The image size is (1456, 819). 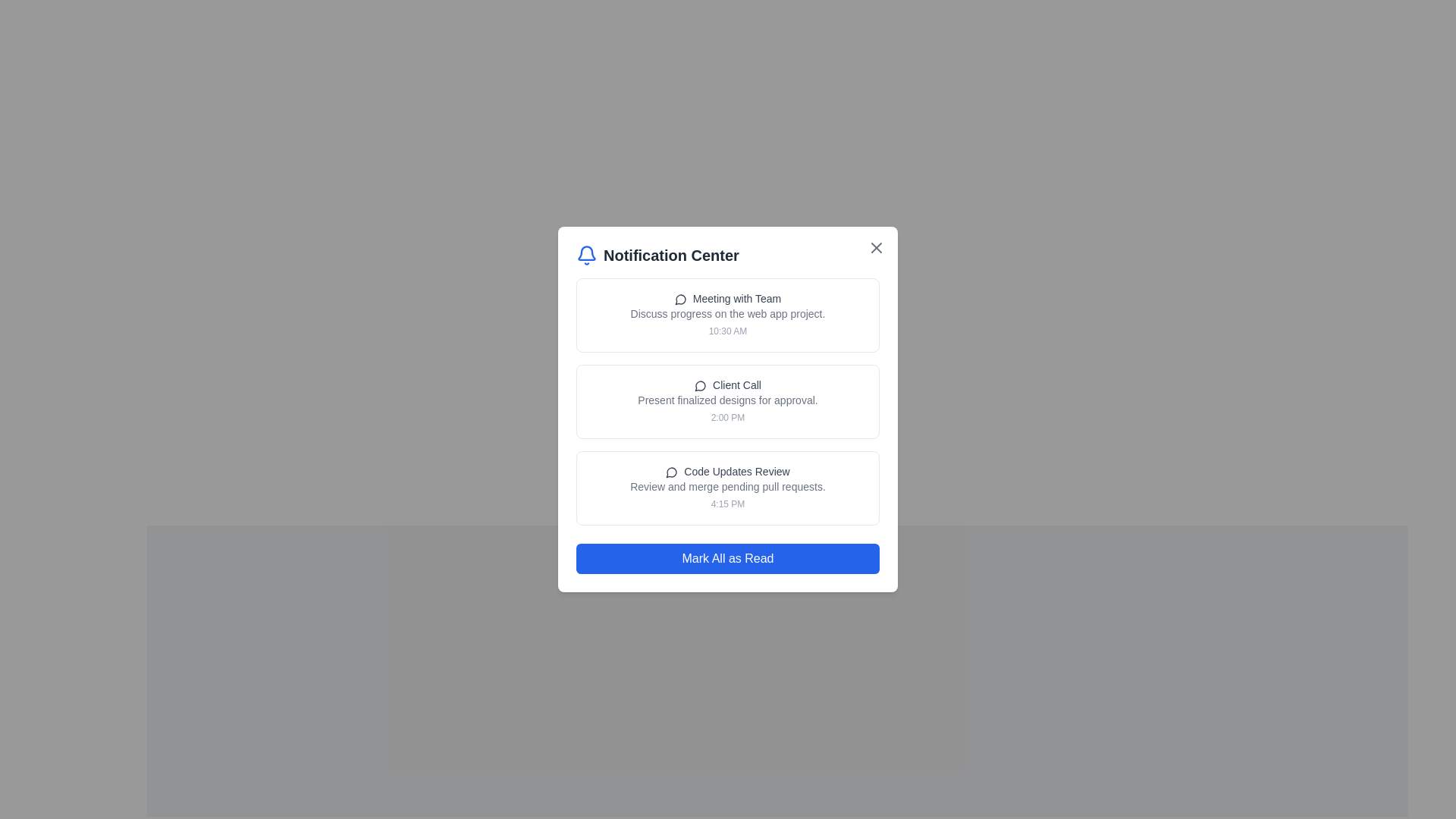 I want to click on the Text Label that serves as the title of the notification panel, located to the right of a blue bell icon, so click(x=670, y=254).